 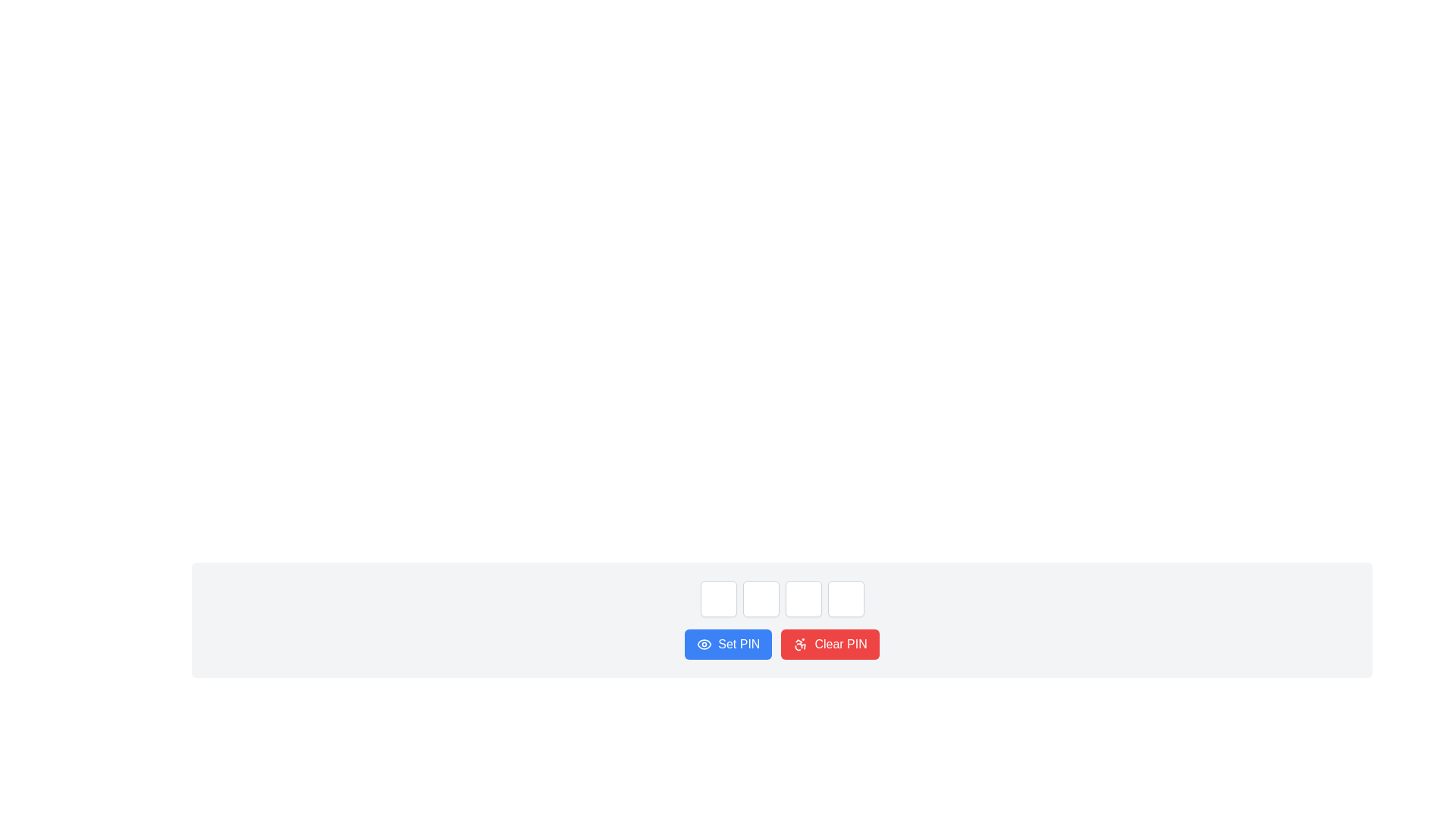 What do you see at coordinates (739, 644) in the screenshot?
I see `the button that contains the text label for setting a PIN, located to the left of the 'Clear PIN' button, below the PIN entry boxes` at bounding box center [739, 644].